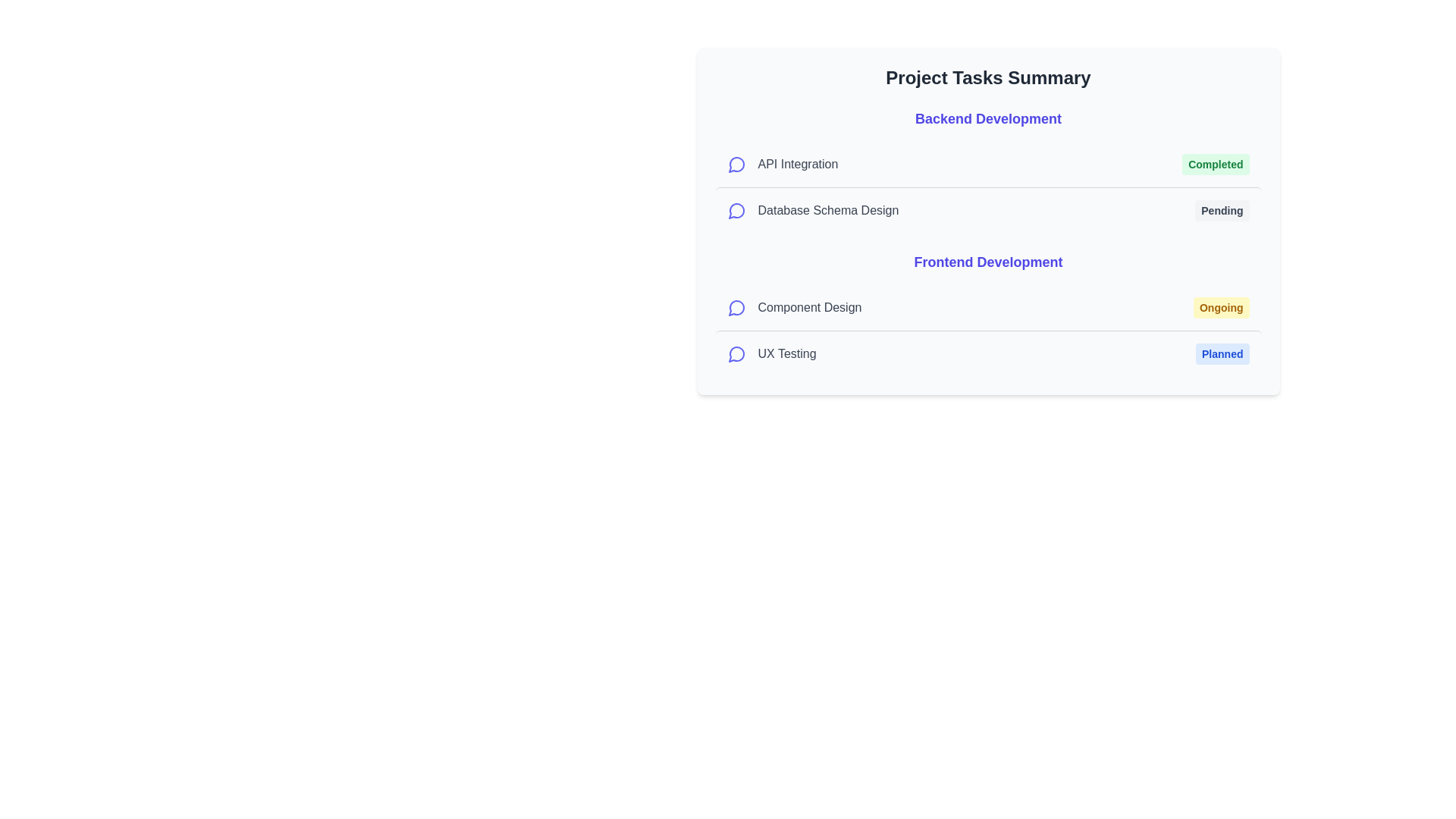 The width and height of the screenshot is (1456, 819). I want to click on the Status Indicator button with the text 'Pending', which is located in the list item labeled 'Database Schema Design' and has a light gray background, so click(1222, 210).